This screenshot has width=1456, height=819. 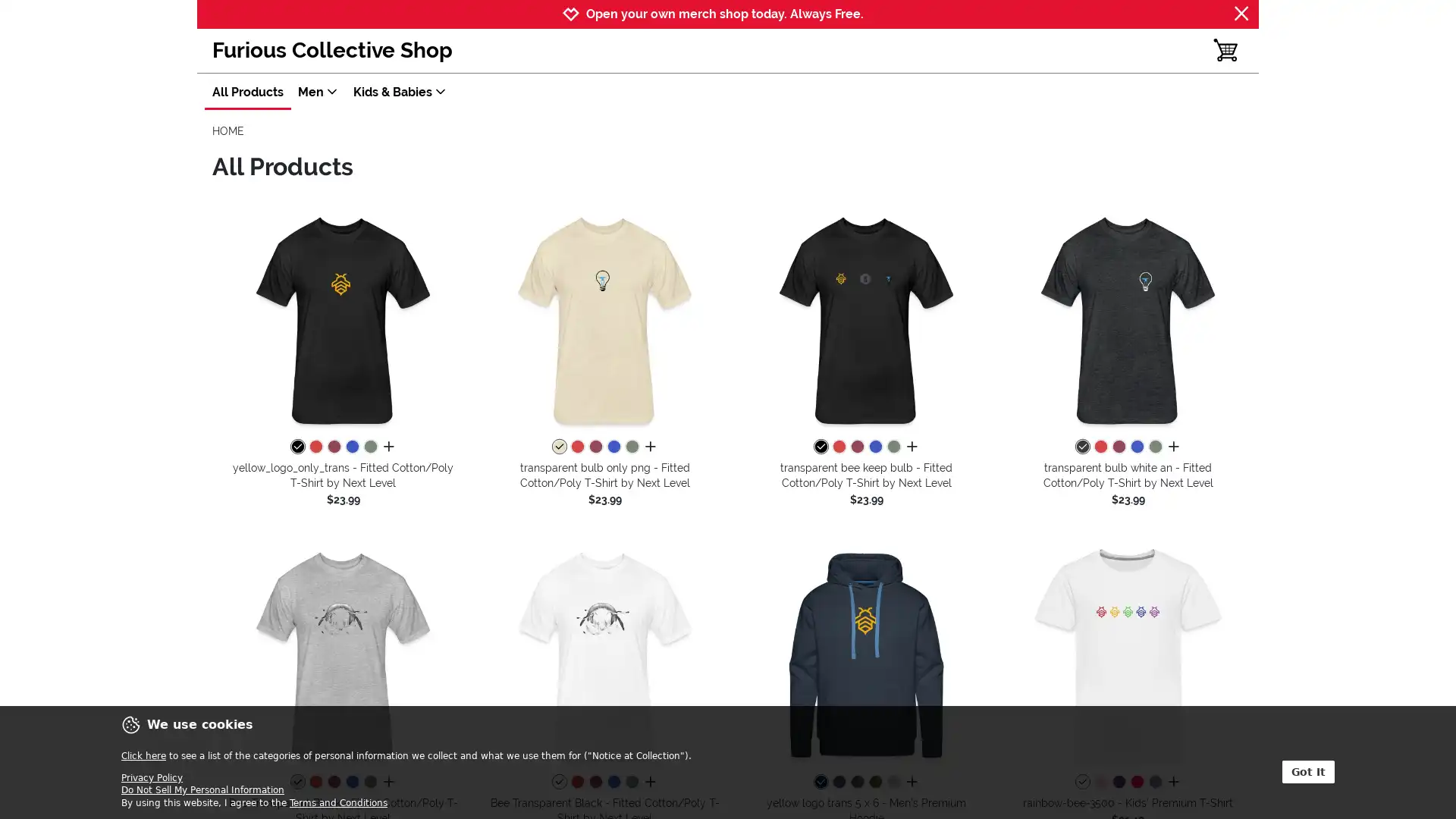 What do you see at coordinates (874, 783) in the screenshot?
I see `olive green` at bounding box center [874, 783].